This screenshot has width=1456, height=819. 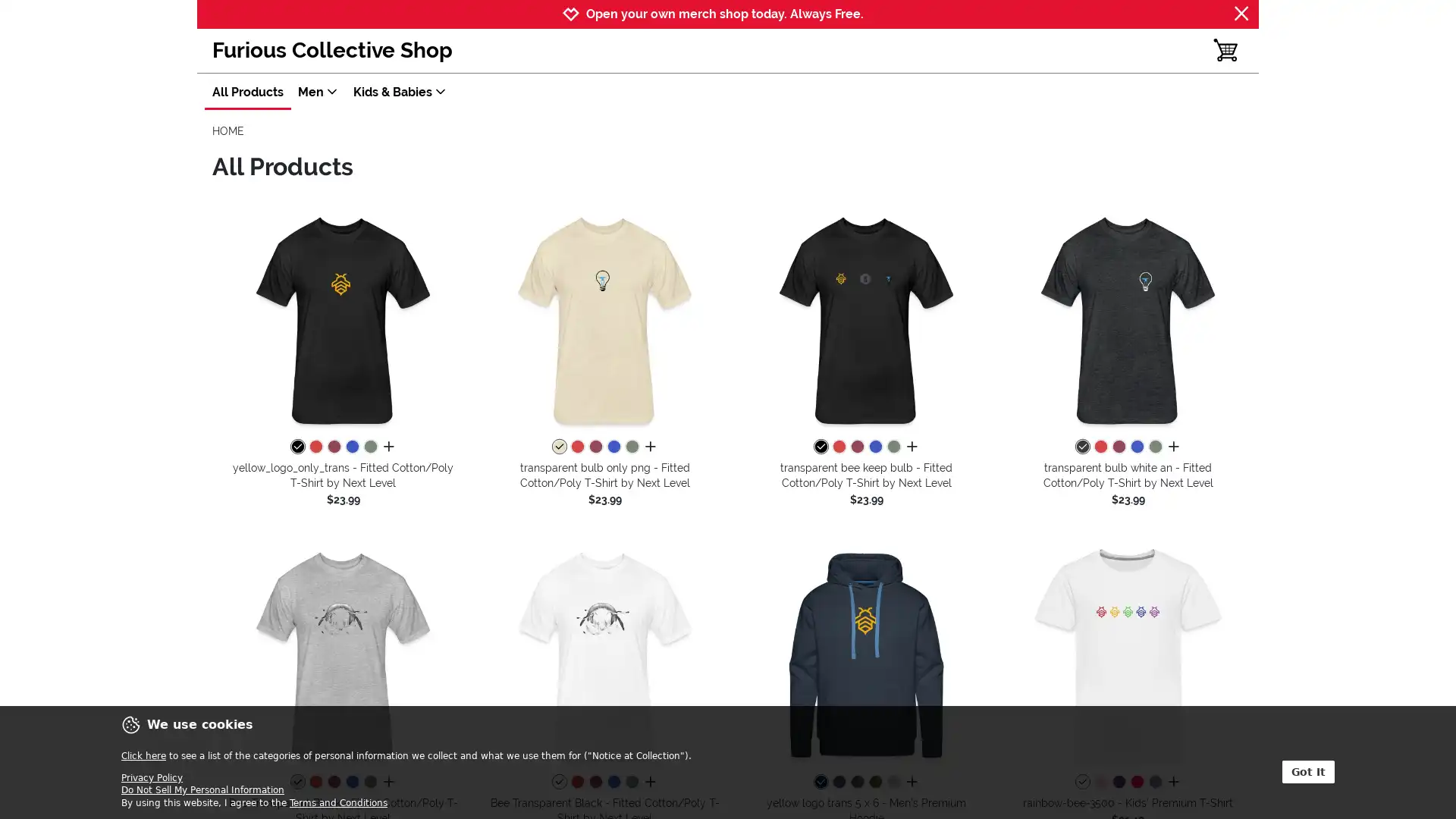 What do you see at coordinates (874, 783) in the screenshot?
I see `olive green` at bounding box center [874, 783].